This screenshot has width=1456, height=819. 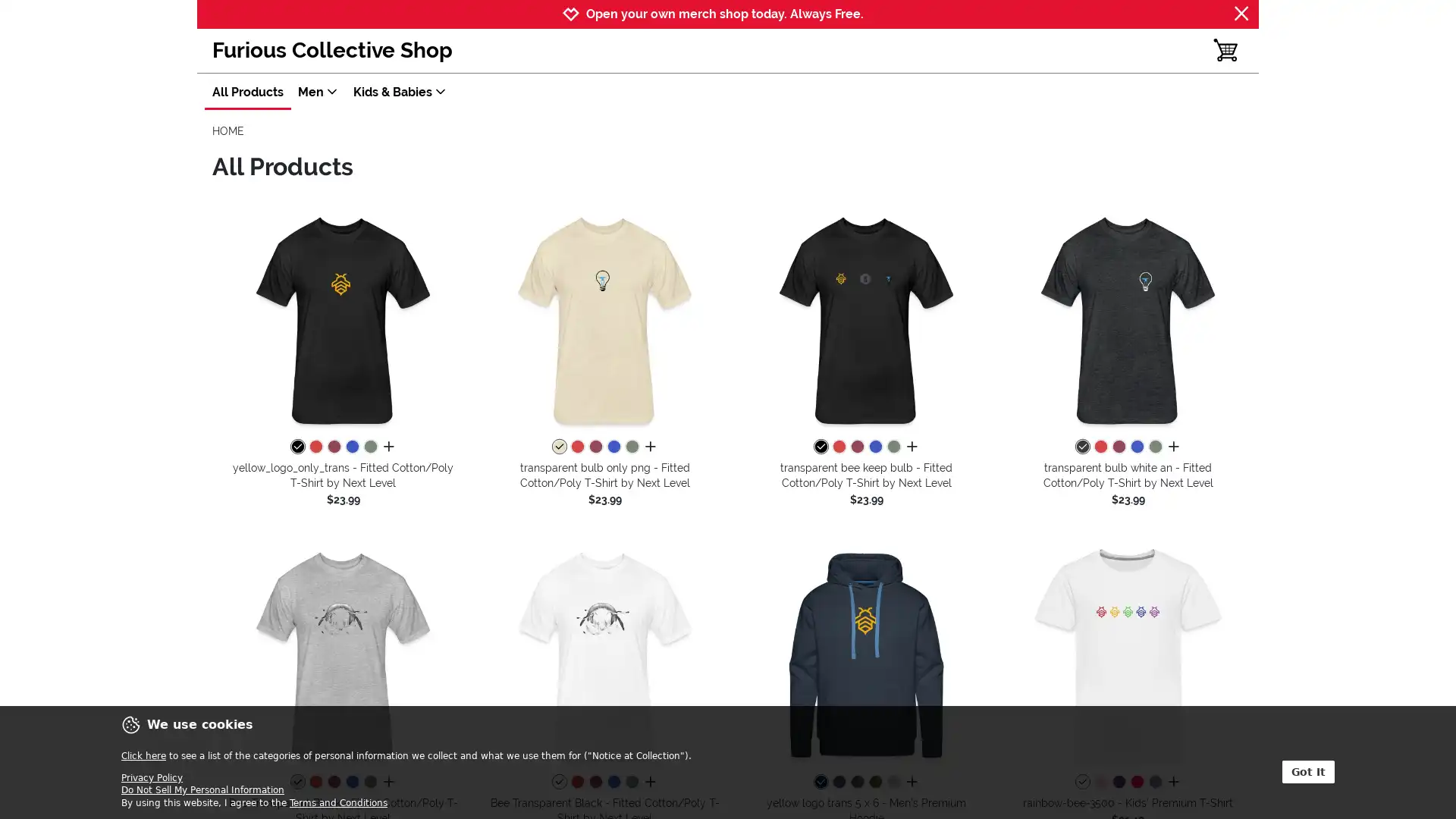 What do you see at coordinates (874, 783) in the screenshot?
I see `olive green` at bounding box center [874, 783].